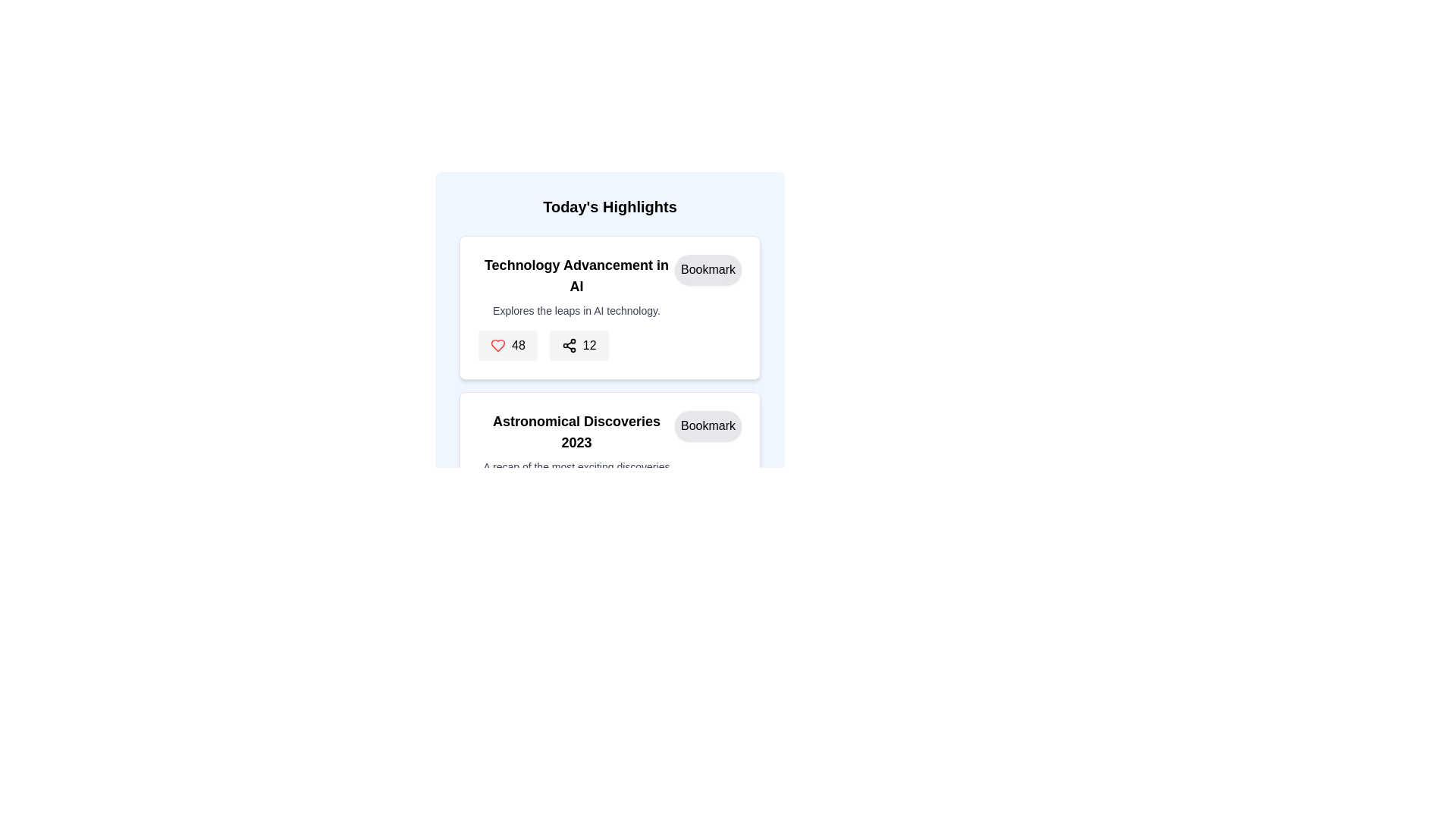  I want to click on textual heading element located at the top of the 'Today's Highlights' card to gather information about the featured topic, so click(576, 275).